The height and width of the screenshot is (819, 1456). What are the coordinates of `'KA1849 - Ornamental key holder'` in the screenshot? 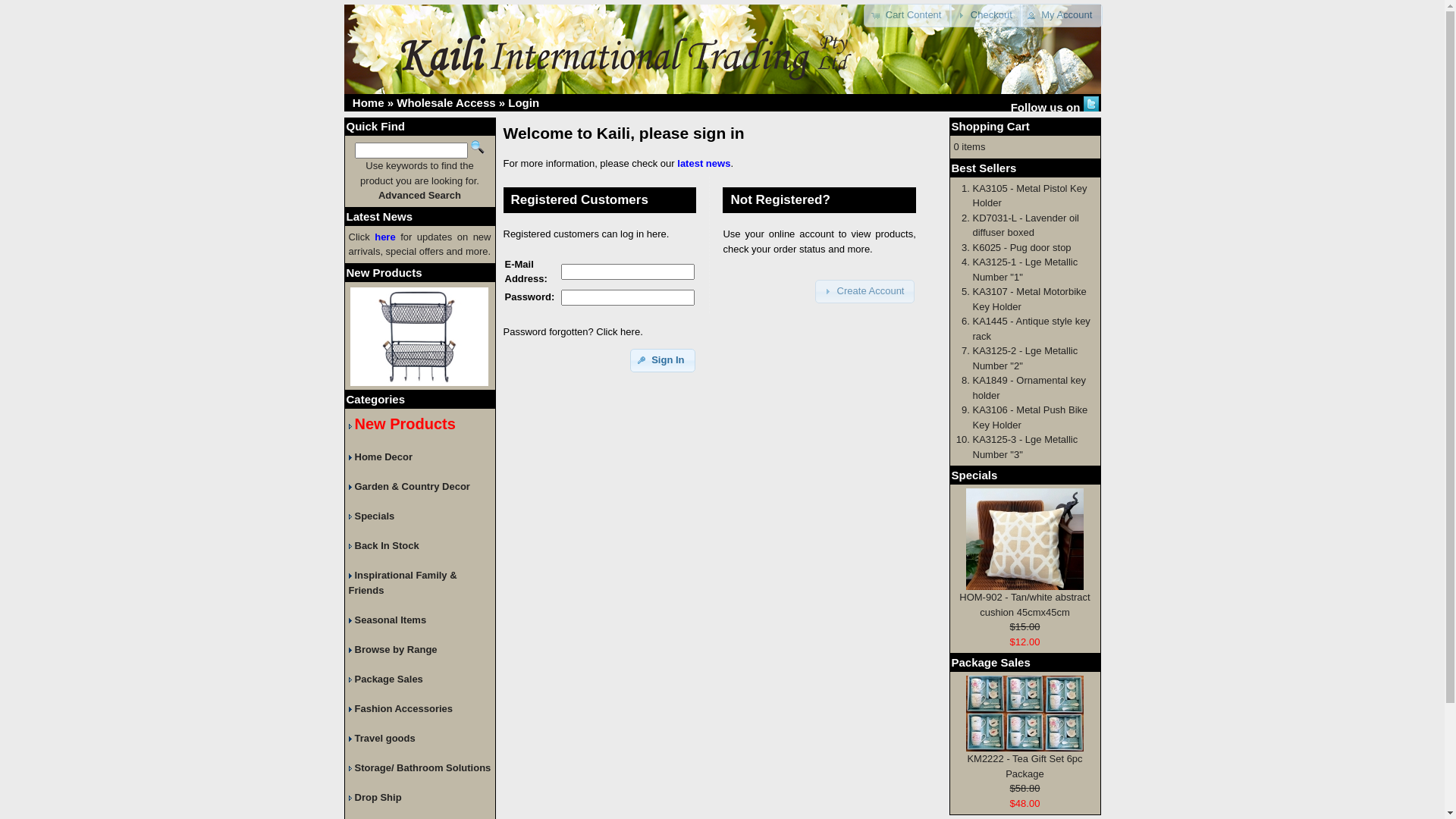 It's located at (1029, 387).